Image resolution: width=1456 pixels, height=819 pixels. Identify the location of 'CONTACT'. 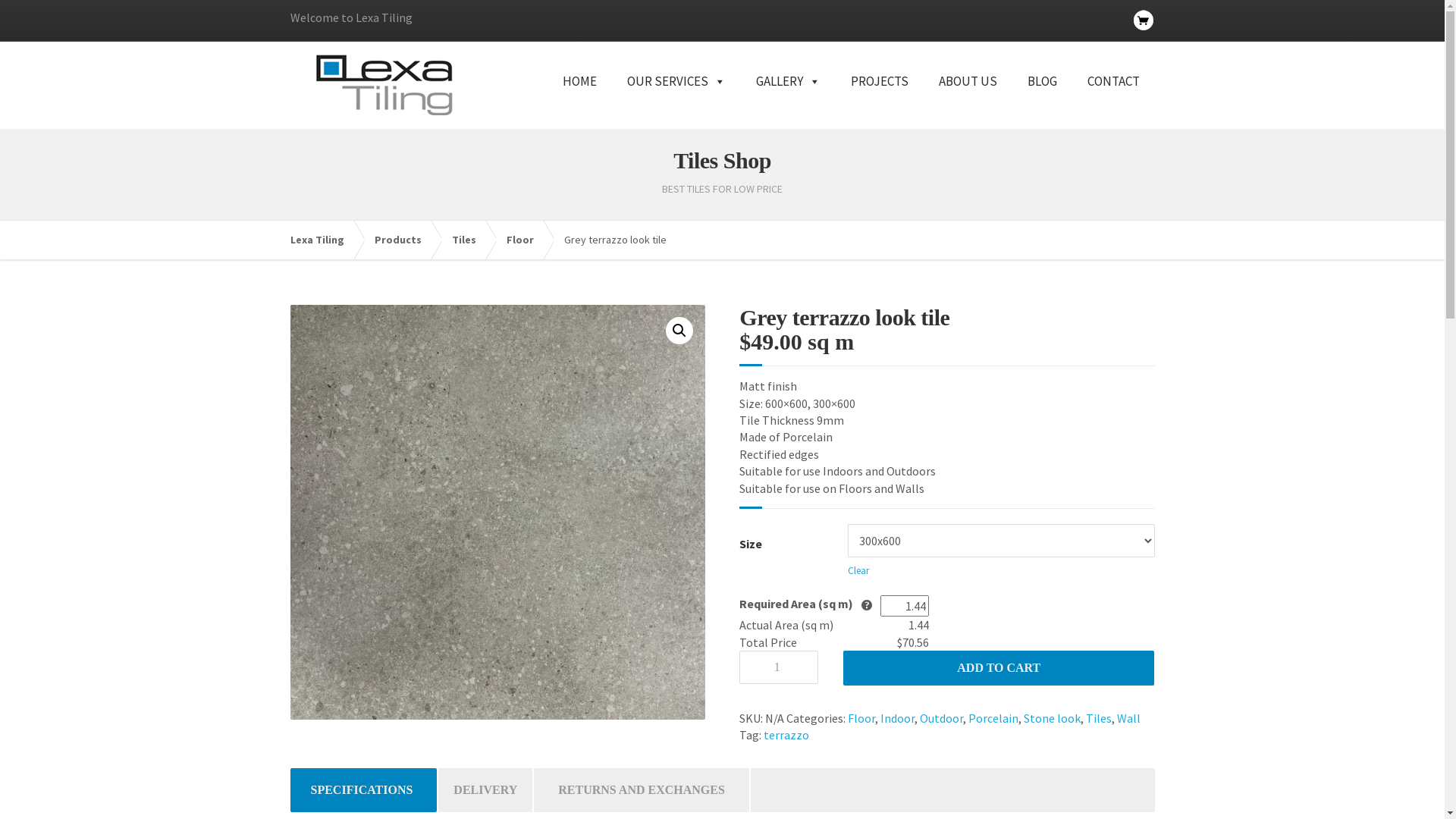
(1113, 99).